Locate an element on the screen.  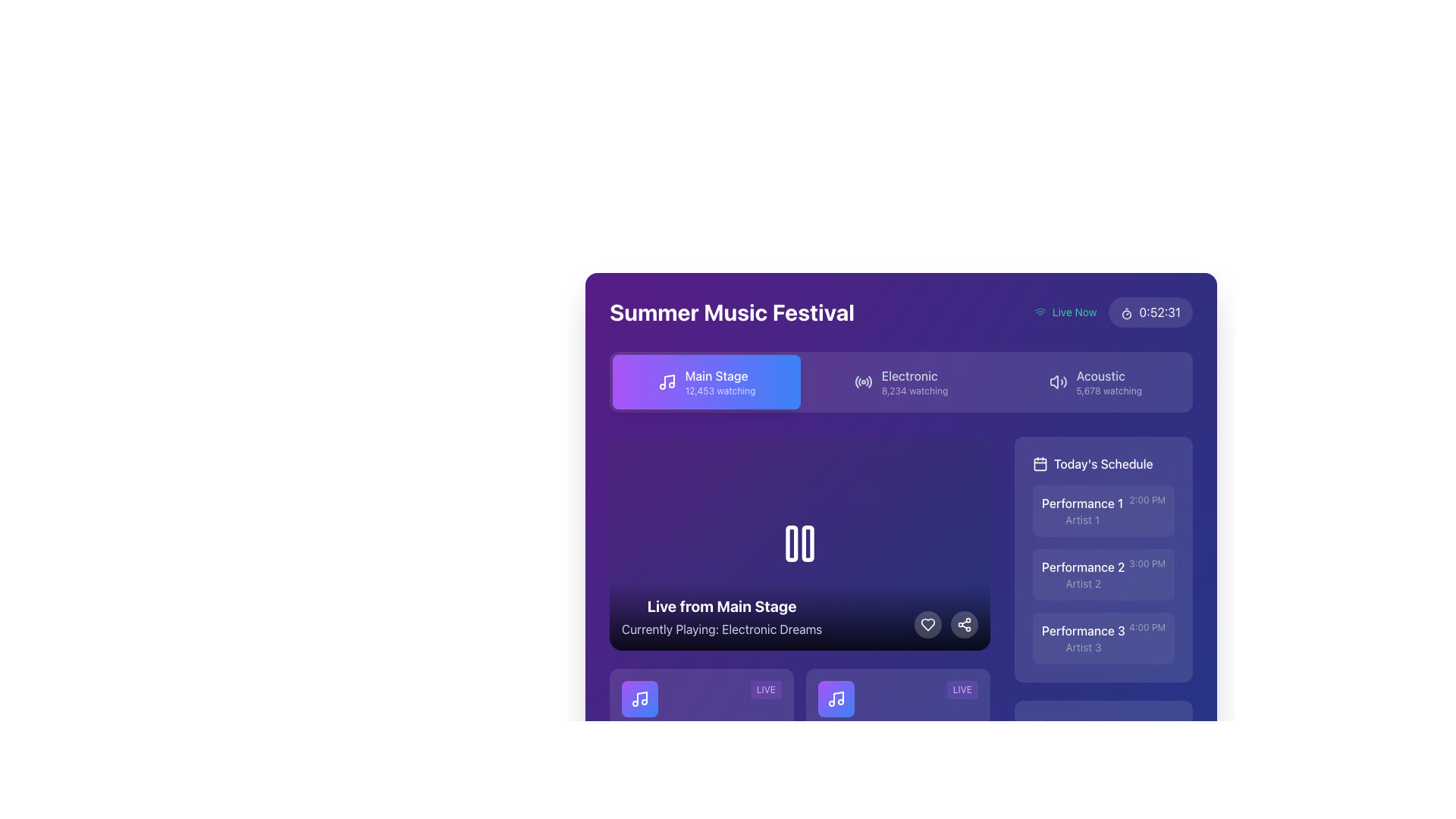
the icon button used for marking as favorite or liking, located in the lower right section of the 'Live from Main Stage' area is located at coordinates (927, 625).